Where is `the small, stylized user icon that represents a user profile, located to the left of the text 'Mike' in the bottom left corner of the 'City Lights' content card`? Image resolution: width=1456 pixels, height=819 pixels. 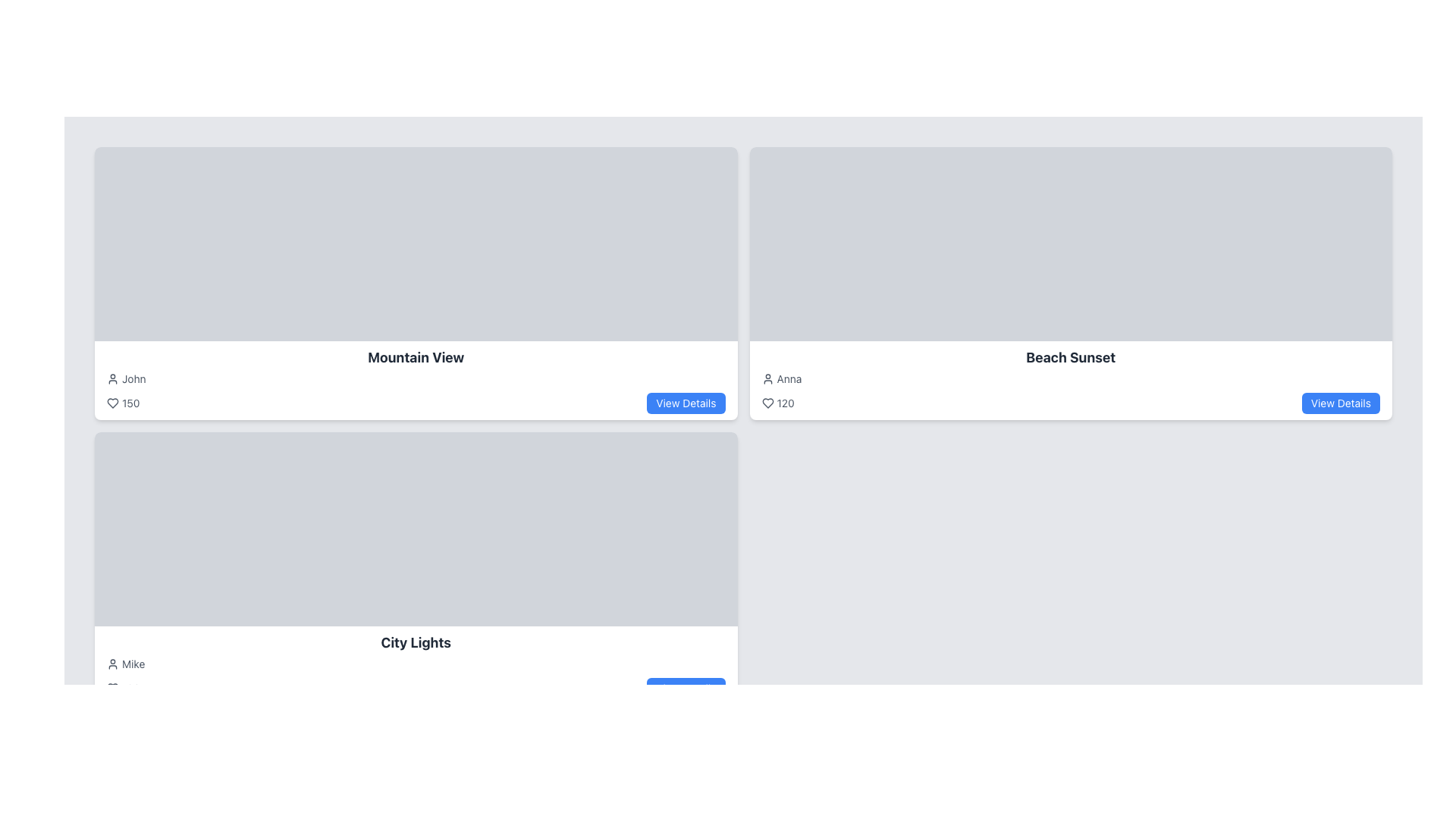 the small, stylized user icon that represents a user profile, located to the left of the text 'Mike' in the bottom left corner of the 'City Lights' content card is located at coordinates (111, 663).